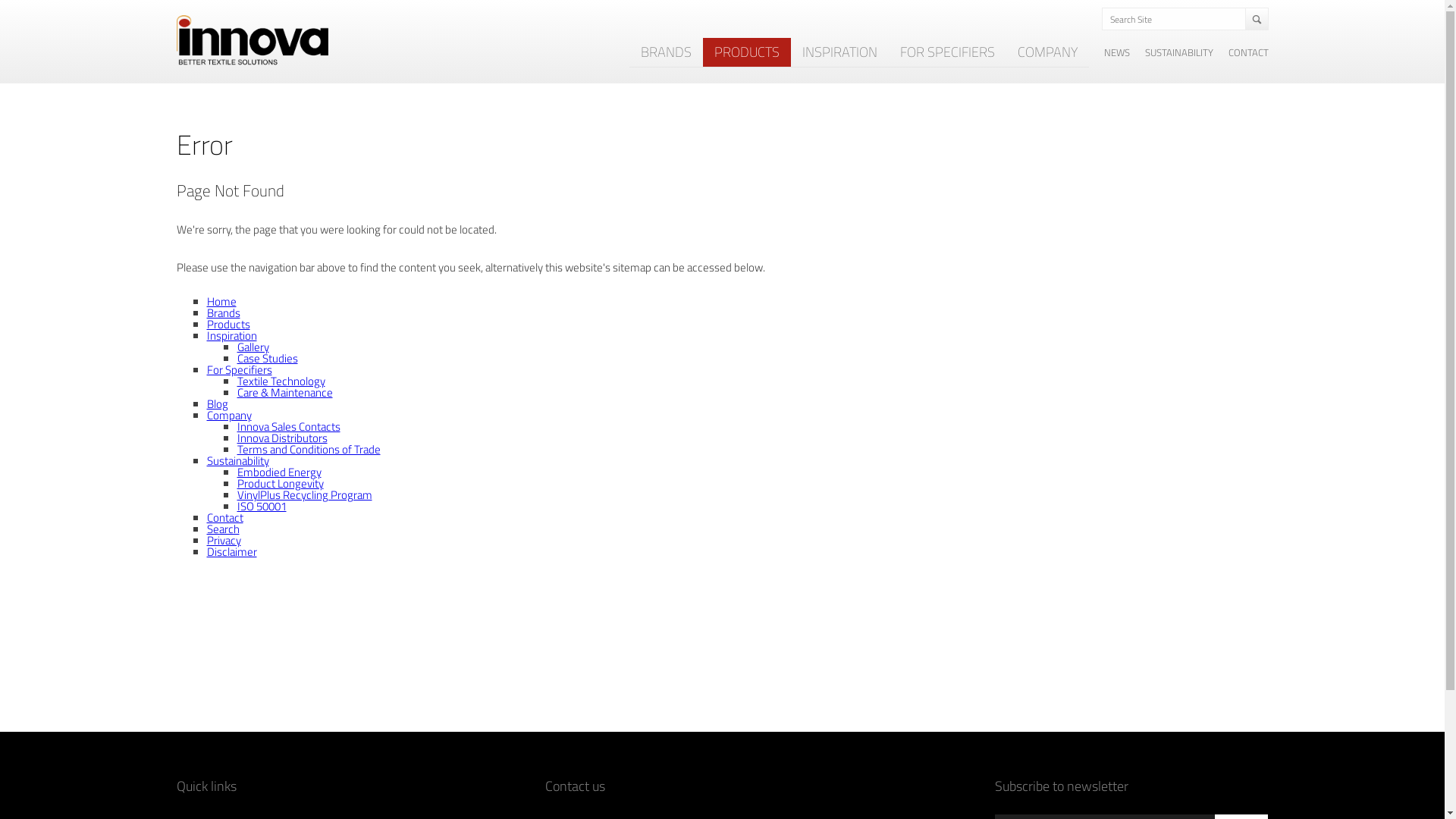  Describe the element at coordinates (221, 312) in the screenshot. I see `'Brands'` at that location.